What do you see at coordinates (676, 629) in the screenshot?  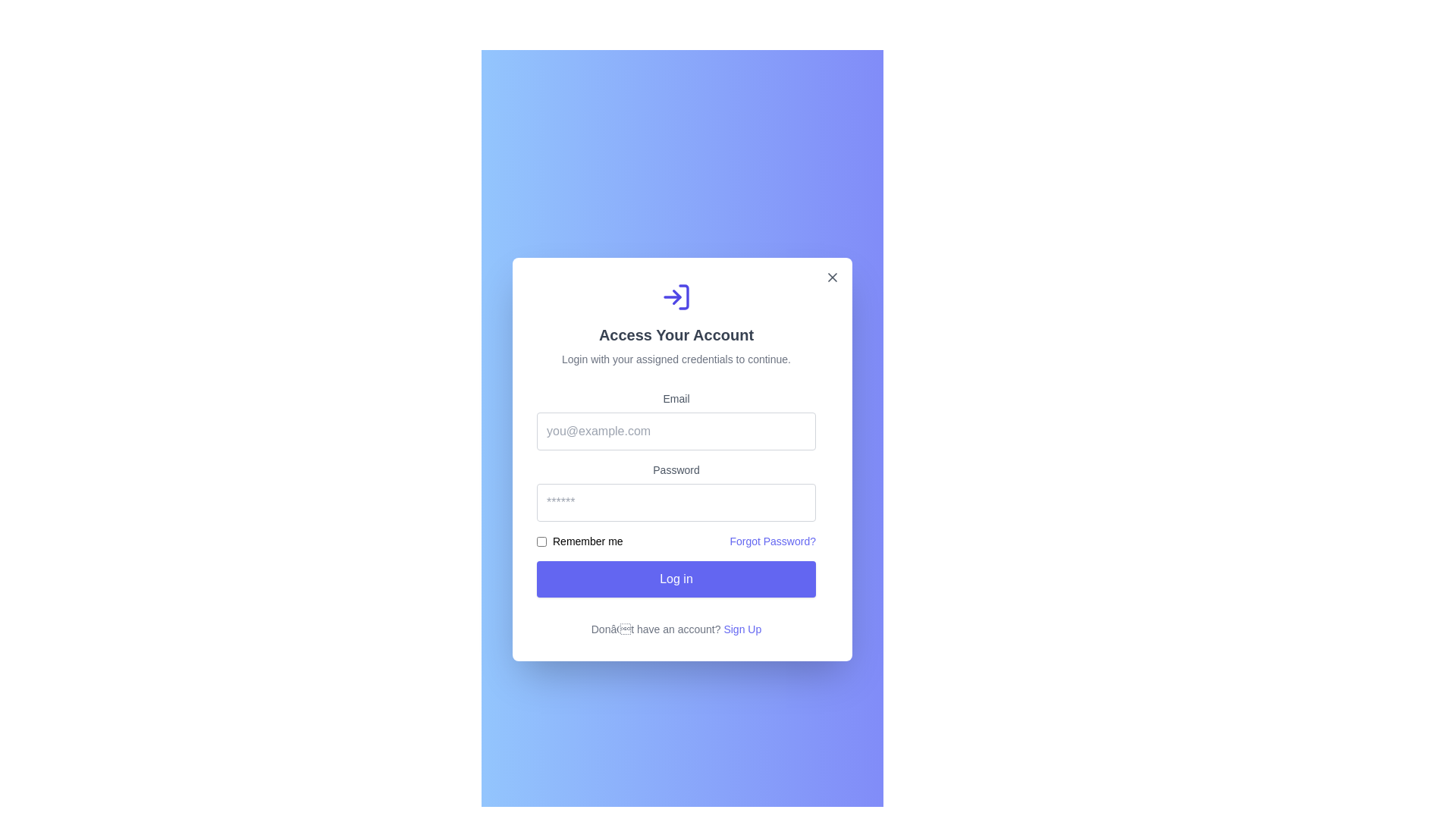 I see `the text element that says 'Don’t have an account? Sign Up.', which includes a clickable link styled in blue` at bounding box center [676, 629].